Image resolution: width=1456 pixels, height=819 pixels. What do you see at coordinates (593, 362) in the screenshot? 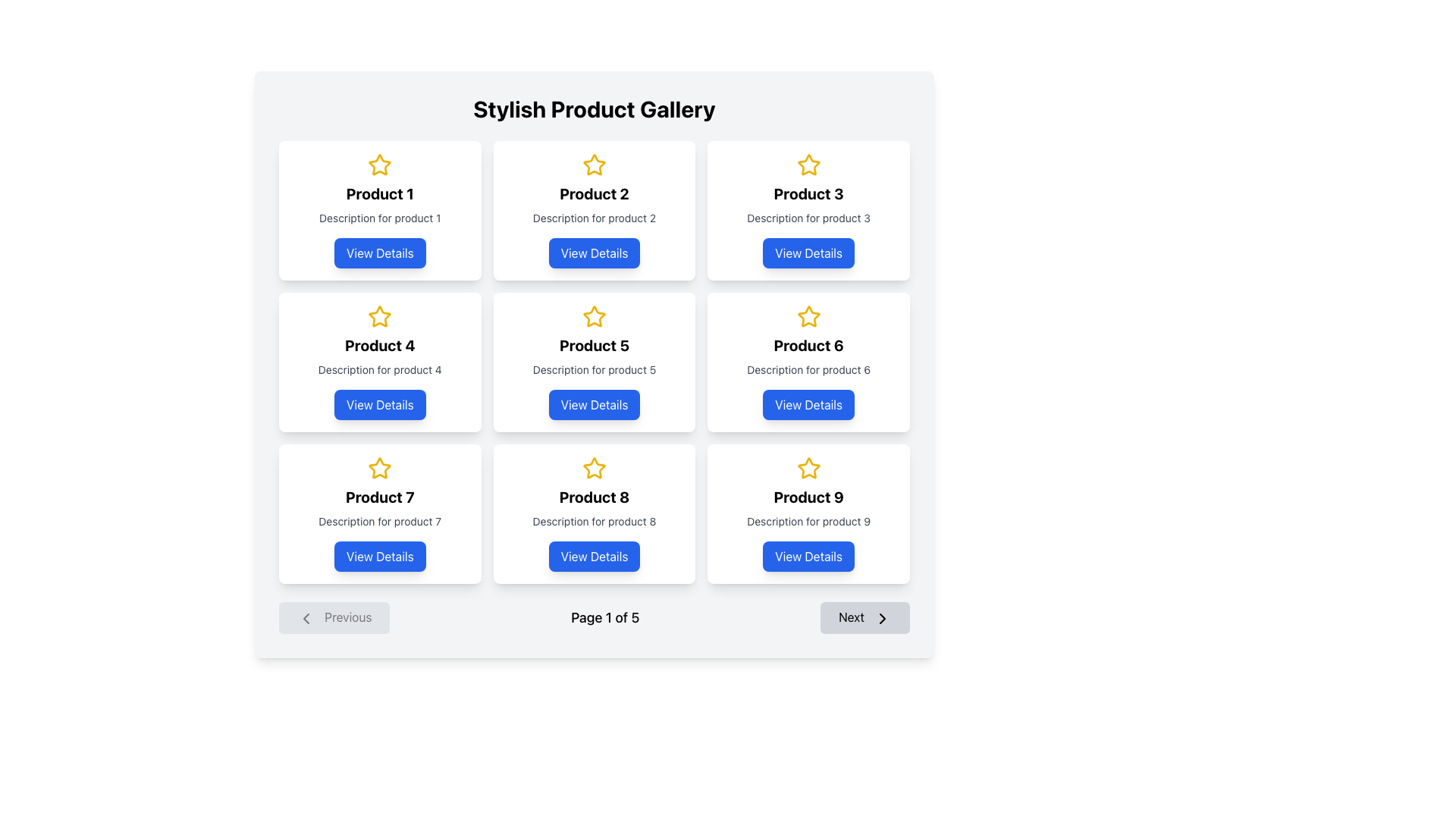
I see `details about the product by clicking on the product card located in the second row and second column of the grid layout` at bounding box center [593, 362].